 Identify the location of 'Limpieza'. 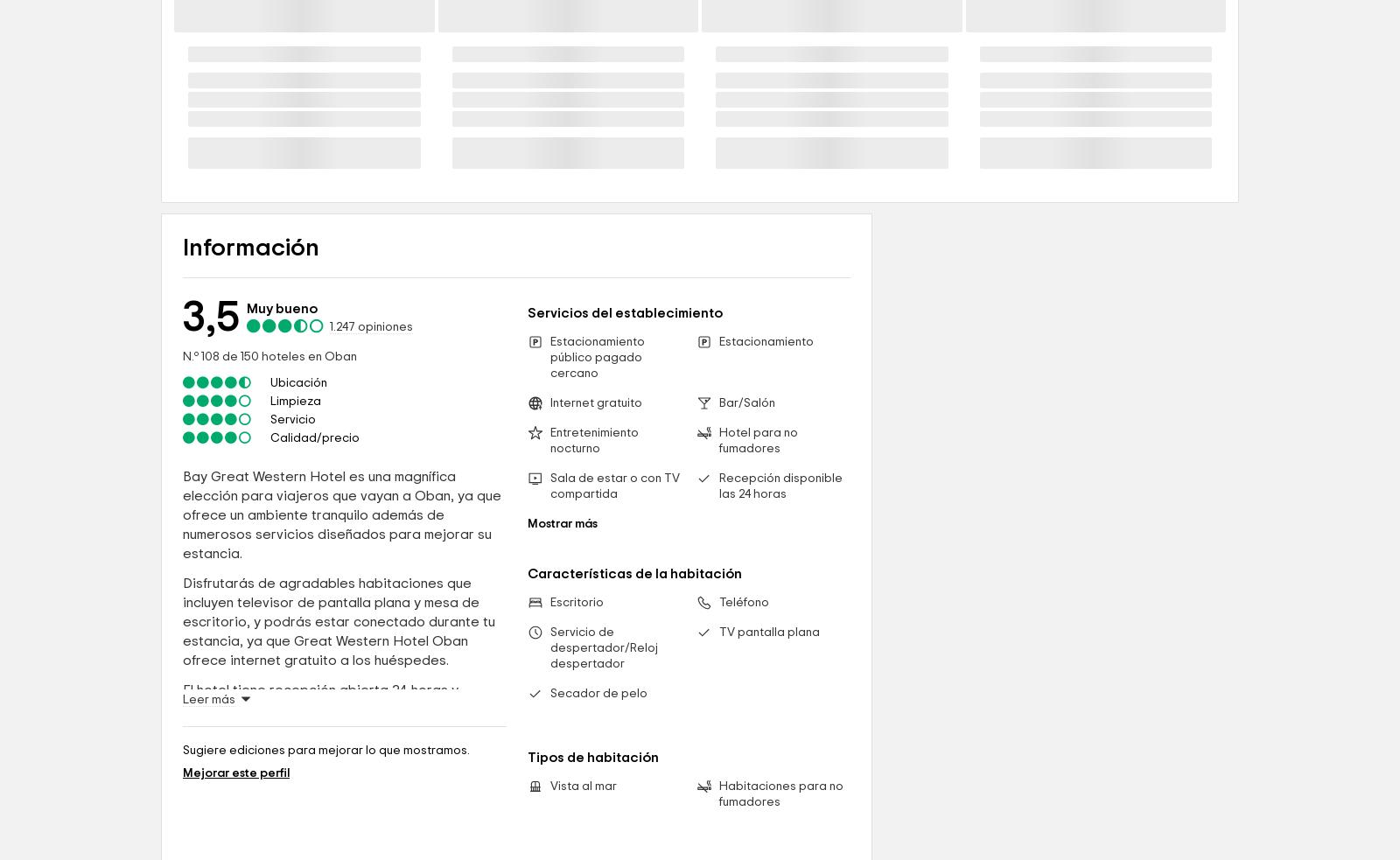
(295, 551).